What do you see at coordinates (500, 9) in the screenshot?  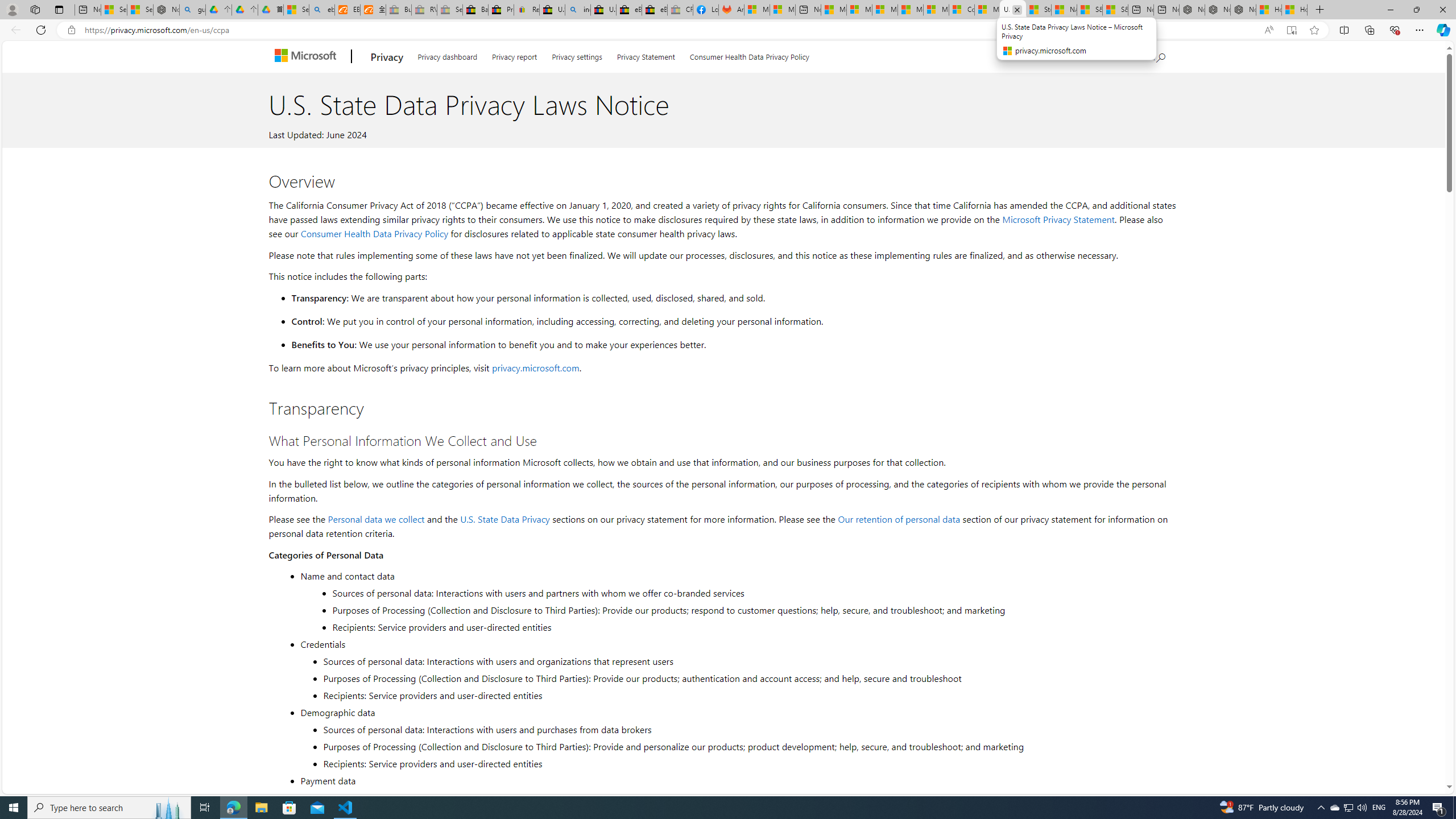 I see `'Press Room - eBay Inc.'` at bounding box center [500, 9].